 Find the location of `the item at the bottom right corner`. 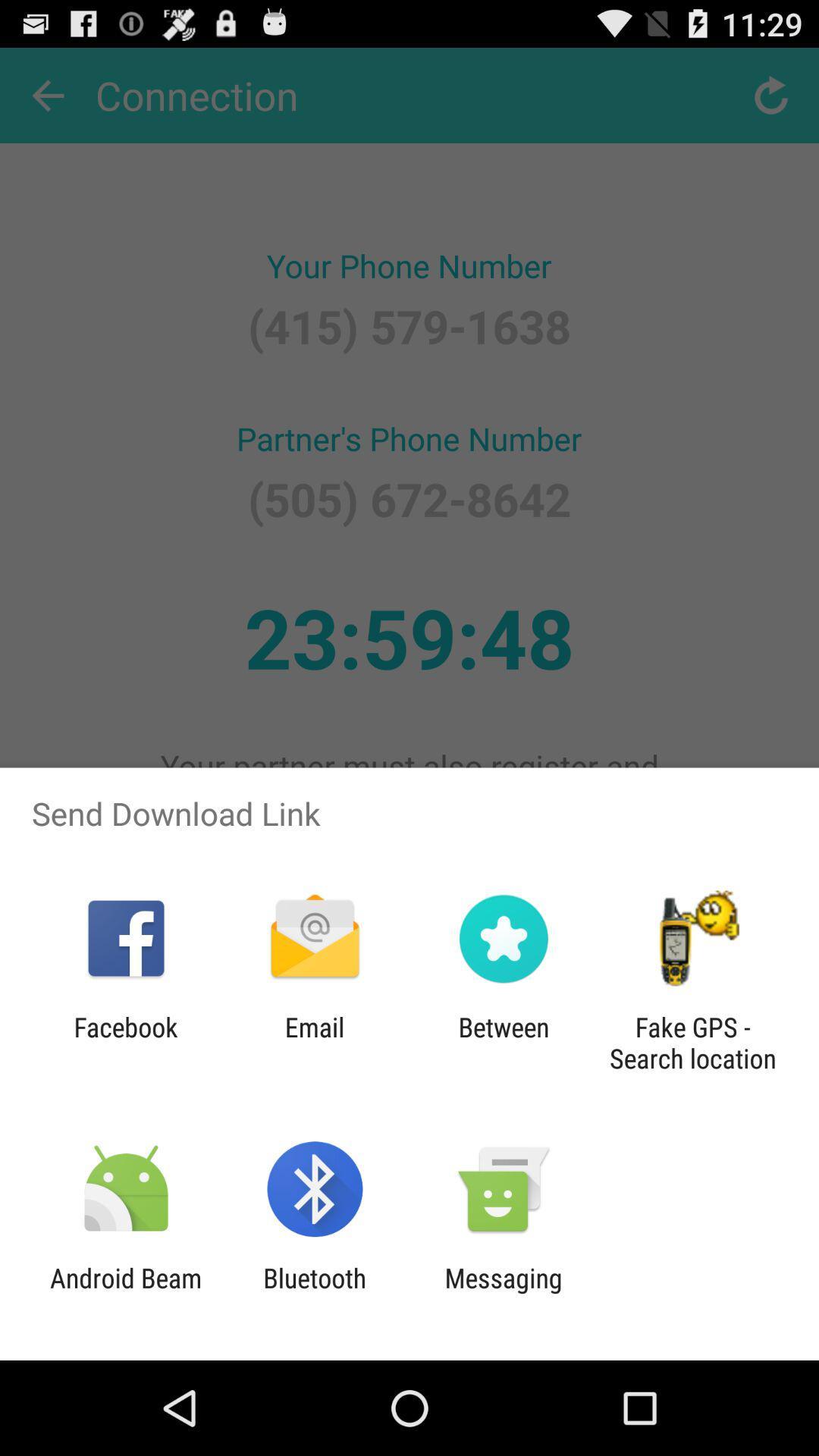

the item at the bottom right corner is located at coordinates (692, 1042).